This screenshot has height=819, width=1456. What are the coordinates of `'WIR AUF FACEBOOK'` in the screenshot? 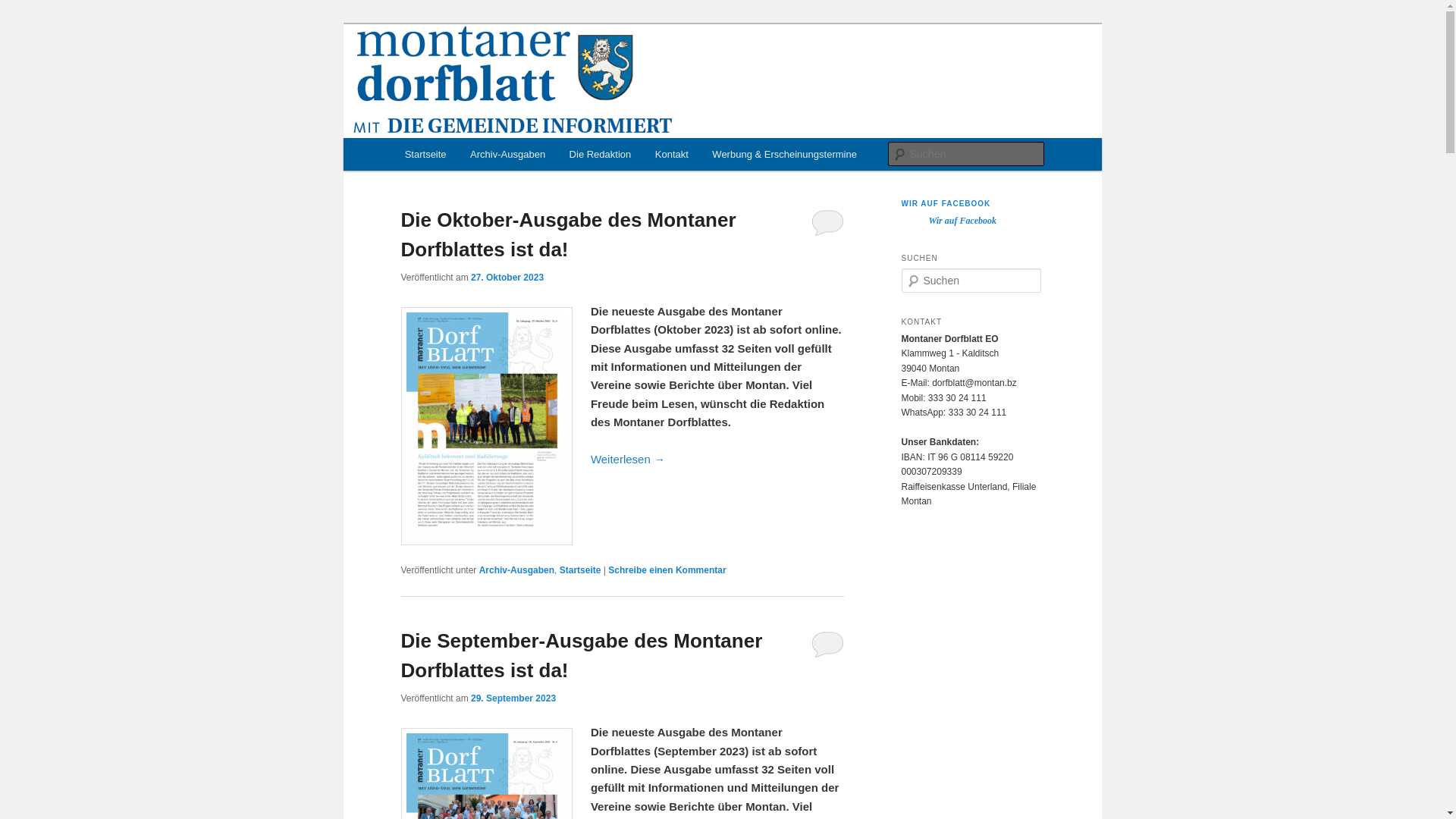 It's located at (945, 202).